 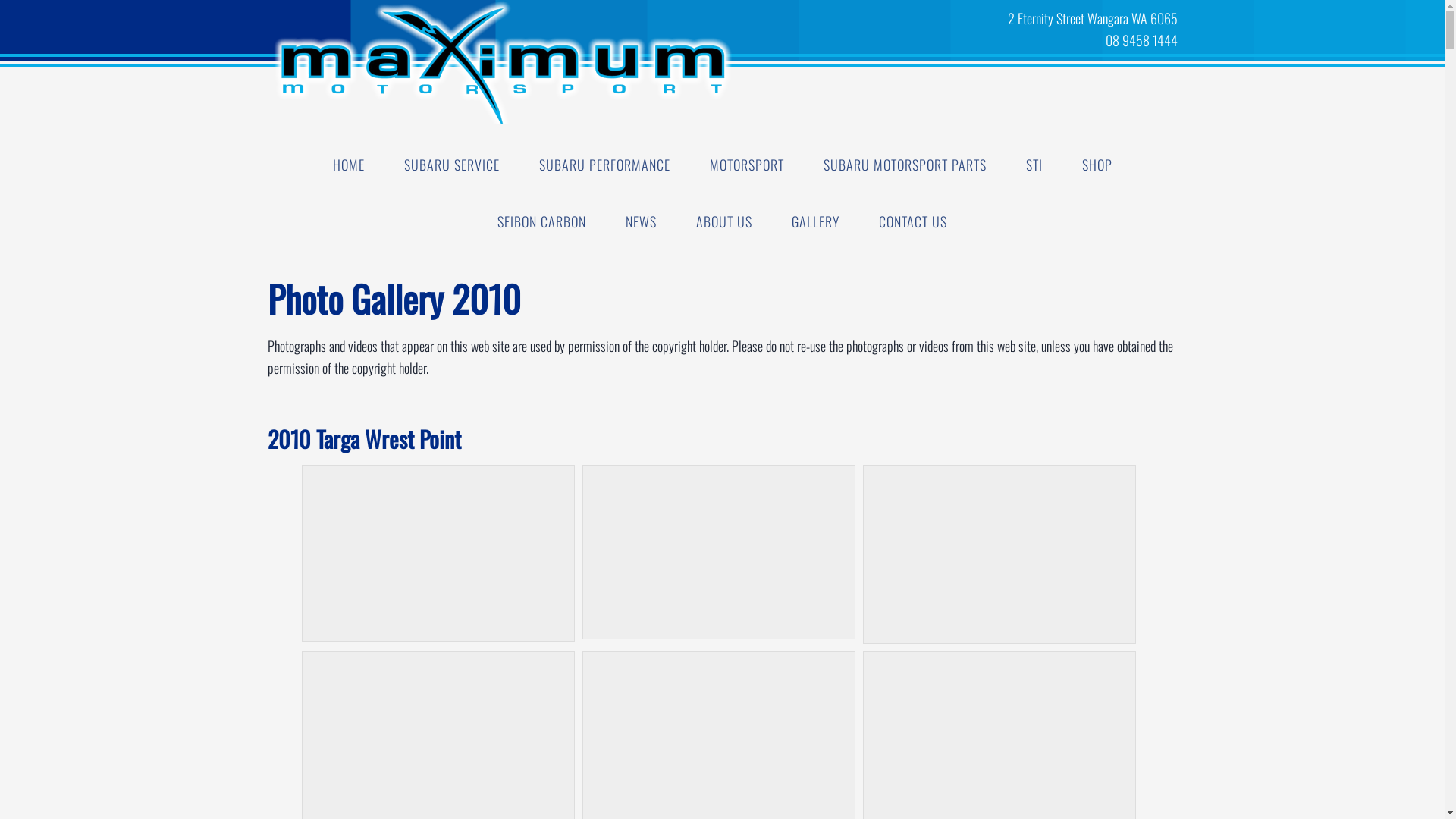 What do you see at coordinates (814, 221) in the screenshot?
I see `'GALLERY'` at bounding box center [814, 221].